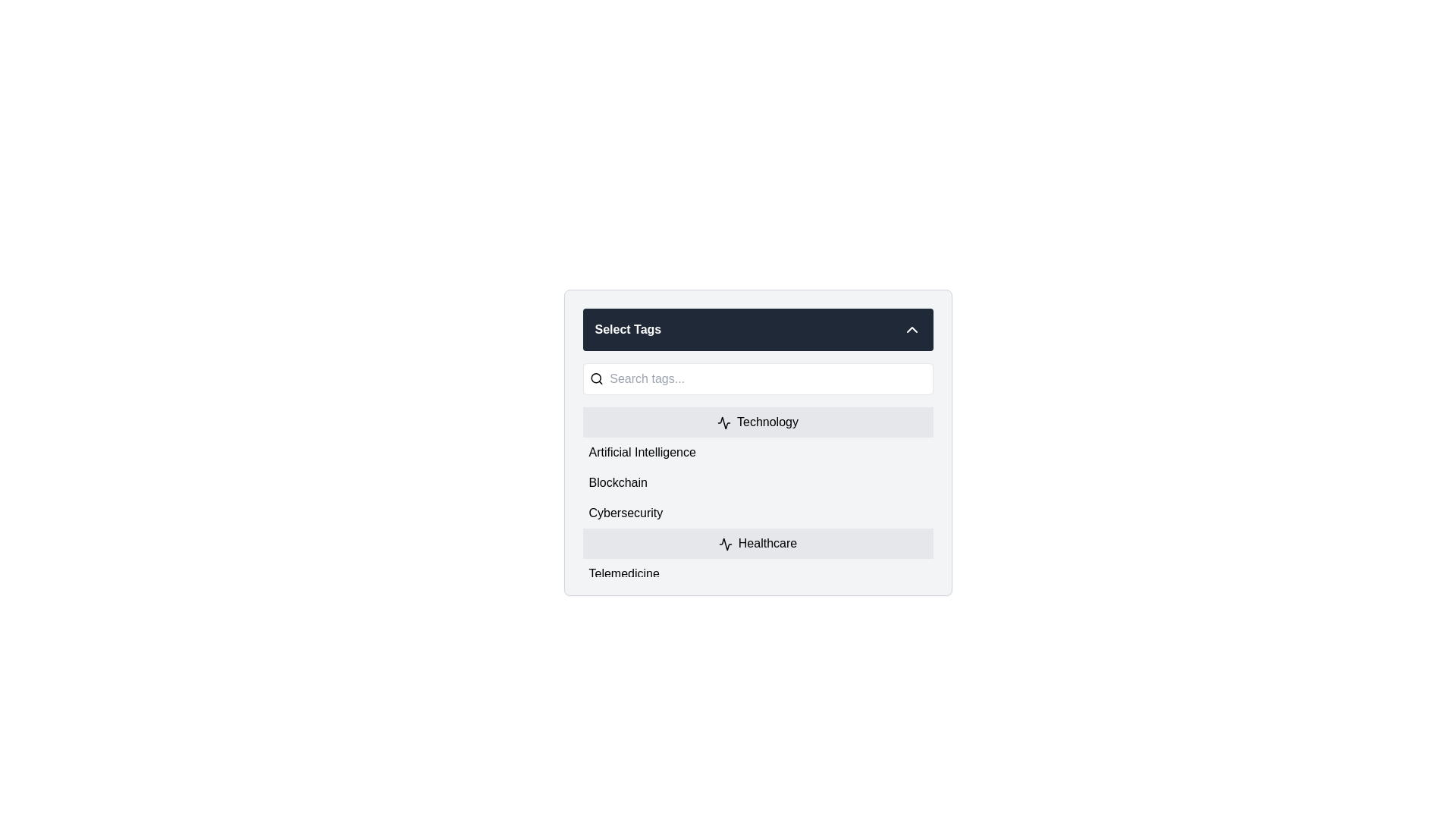  I want to click on Text label that serves as a descriptor for the section or dropdown, located towards the left side of the dark-colored bar containing the 'Select Tags' text and an upward arrow icon, so click(628, 329).